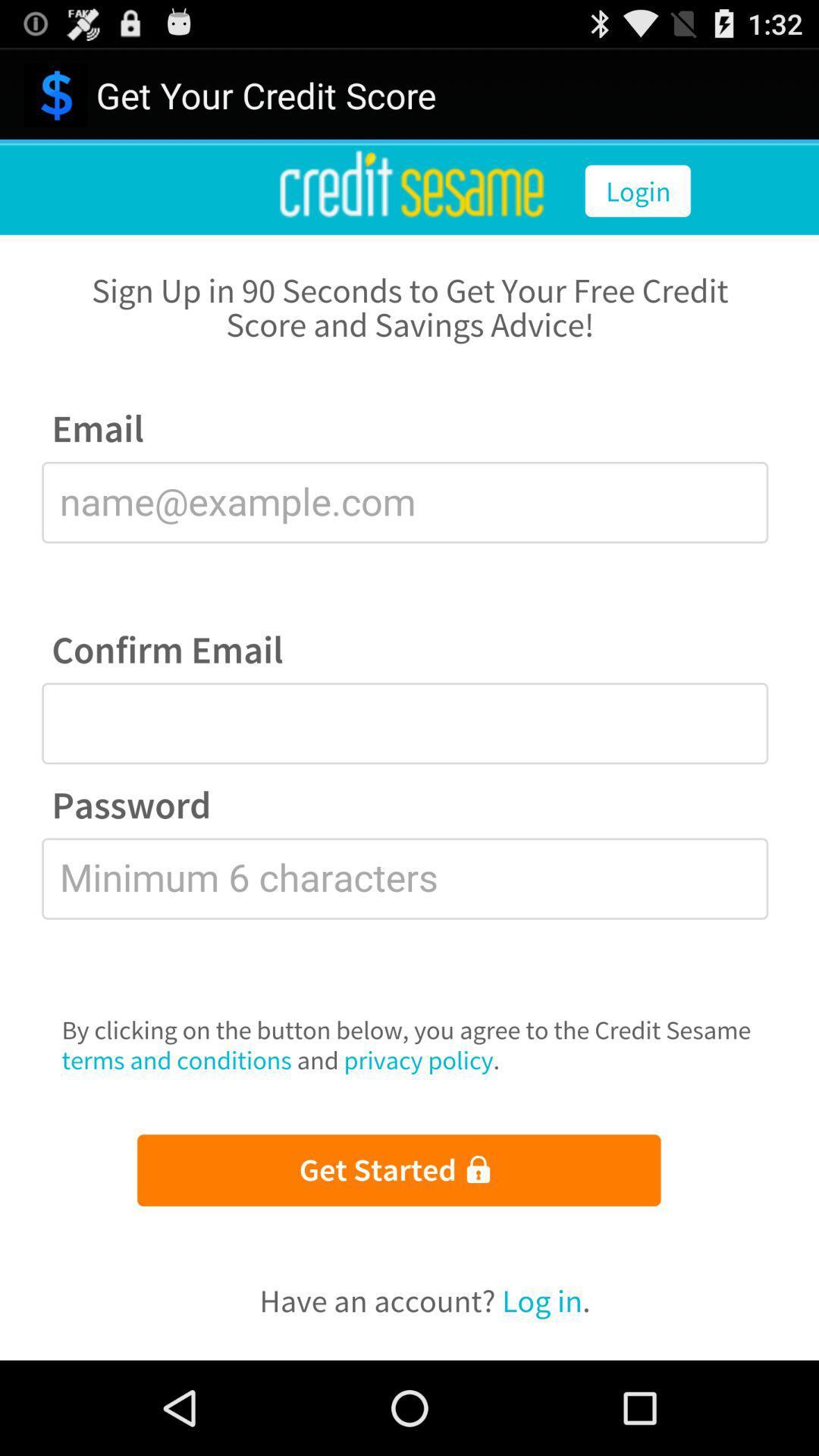  Describe the element at coordinates (409, 752) in the screenshot. I see `account creation page` at that location.